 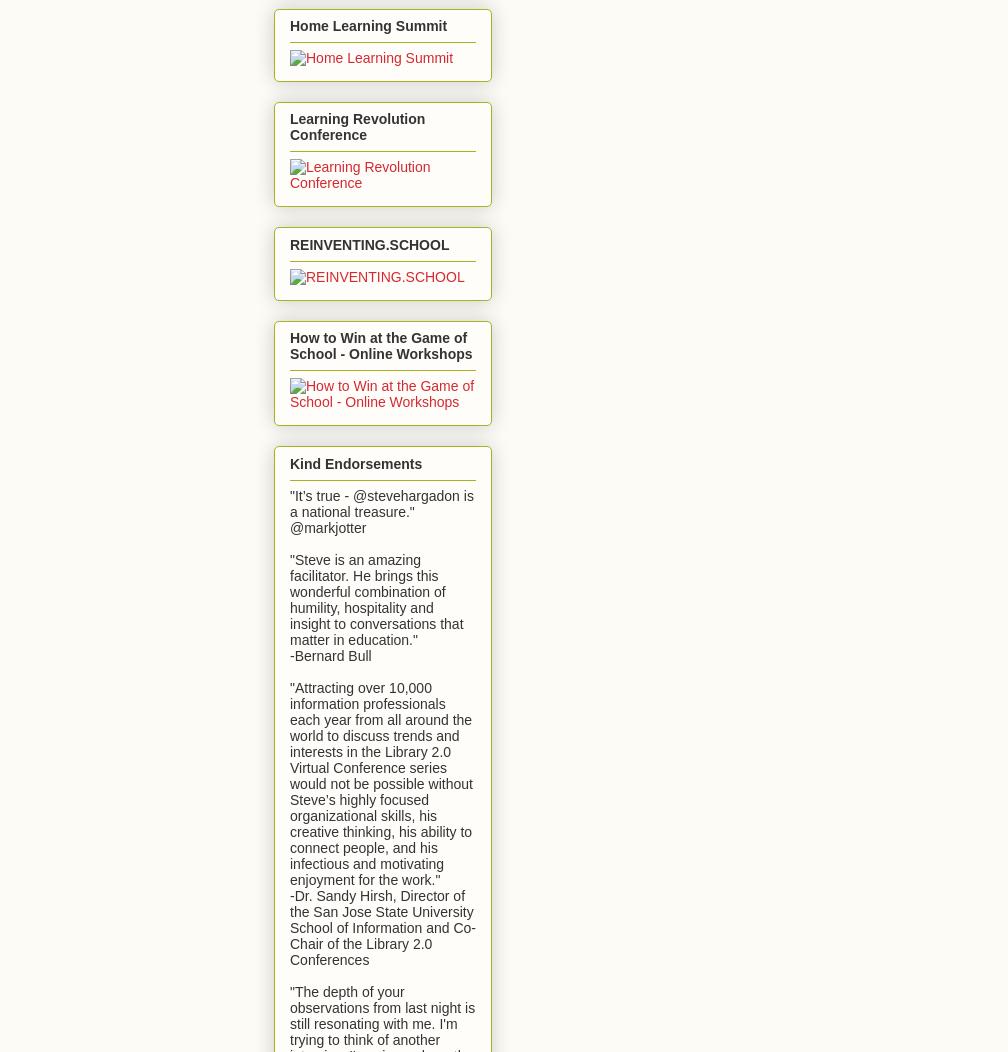 What do you see at coordinates (376, 598) in the screenshot?
I see `'"Steve is an amazing facilitator. He brings this wonderful combination of humility, hospitality and insight to conversations that matter in education."'` at bounding box center [376, 598].